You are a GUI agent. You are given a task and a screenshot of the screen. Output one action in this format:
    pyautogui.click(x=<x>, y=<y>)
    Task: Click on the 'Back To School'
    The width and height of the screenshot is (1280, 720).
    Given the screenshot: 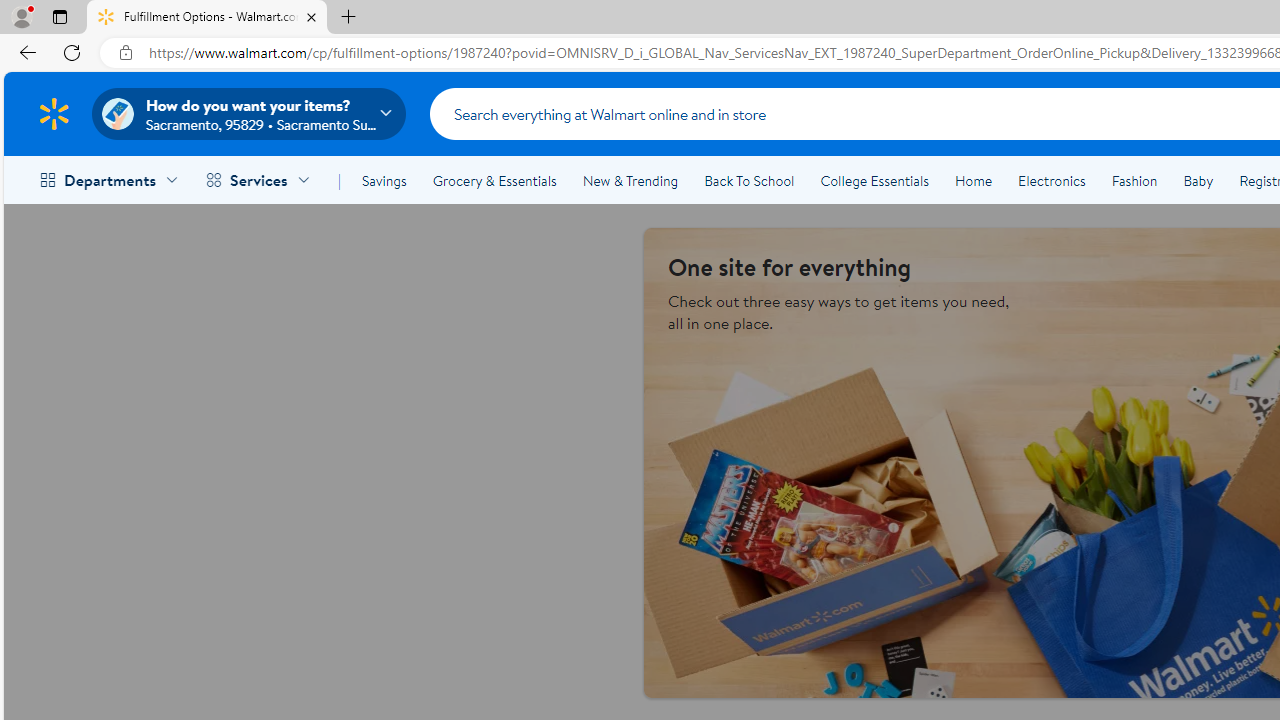 What is the action you would take?
    pyautogui.click(x=748, y=181)
    